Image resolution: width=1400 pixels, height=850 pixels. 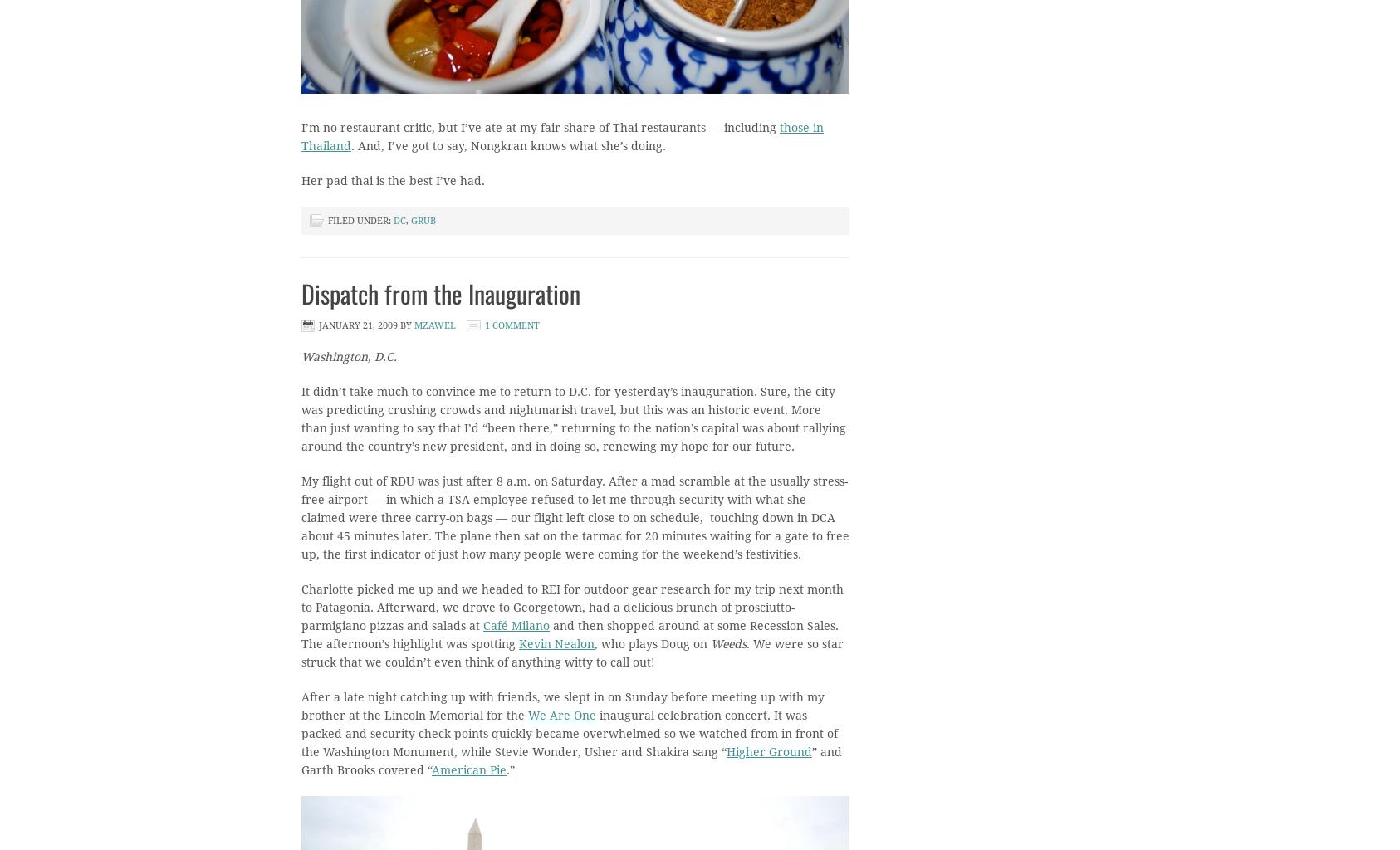 I want to click on 'It didn’t take much to convince me to return to D.C. for yesterday’s inauguration. Sure, the city was predicting crushing crowds and nightmarish travel, but this was an historic event. More than just wanting to say that I’d “been there,” returning to the nation’s capital was about rallying around the country’s new president, and in doing so, renewing my hope for our future.', so click(x=572, y=418).